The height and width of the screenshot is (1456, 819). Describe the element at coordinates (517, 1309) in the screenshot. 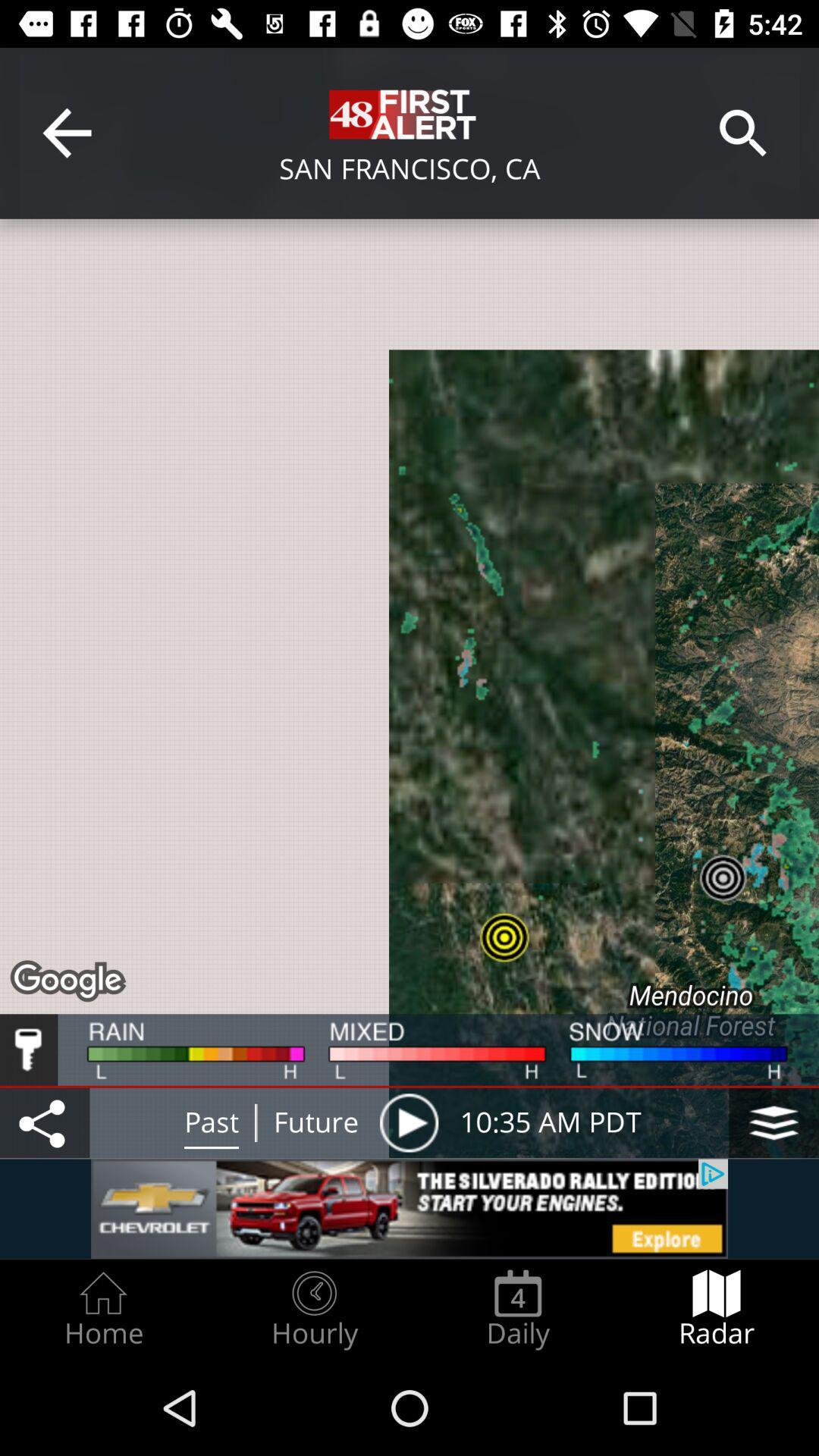

I see `the radio button next to the radar` at that location.